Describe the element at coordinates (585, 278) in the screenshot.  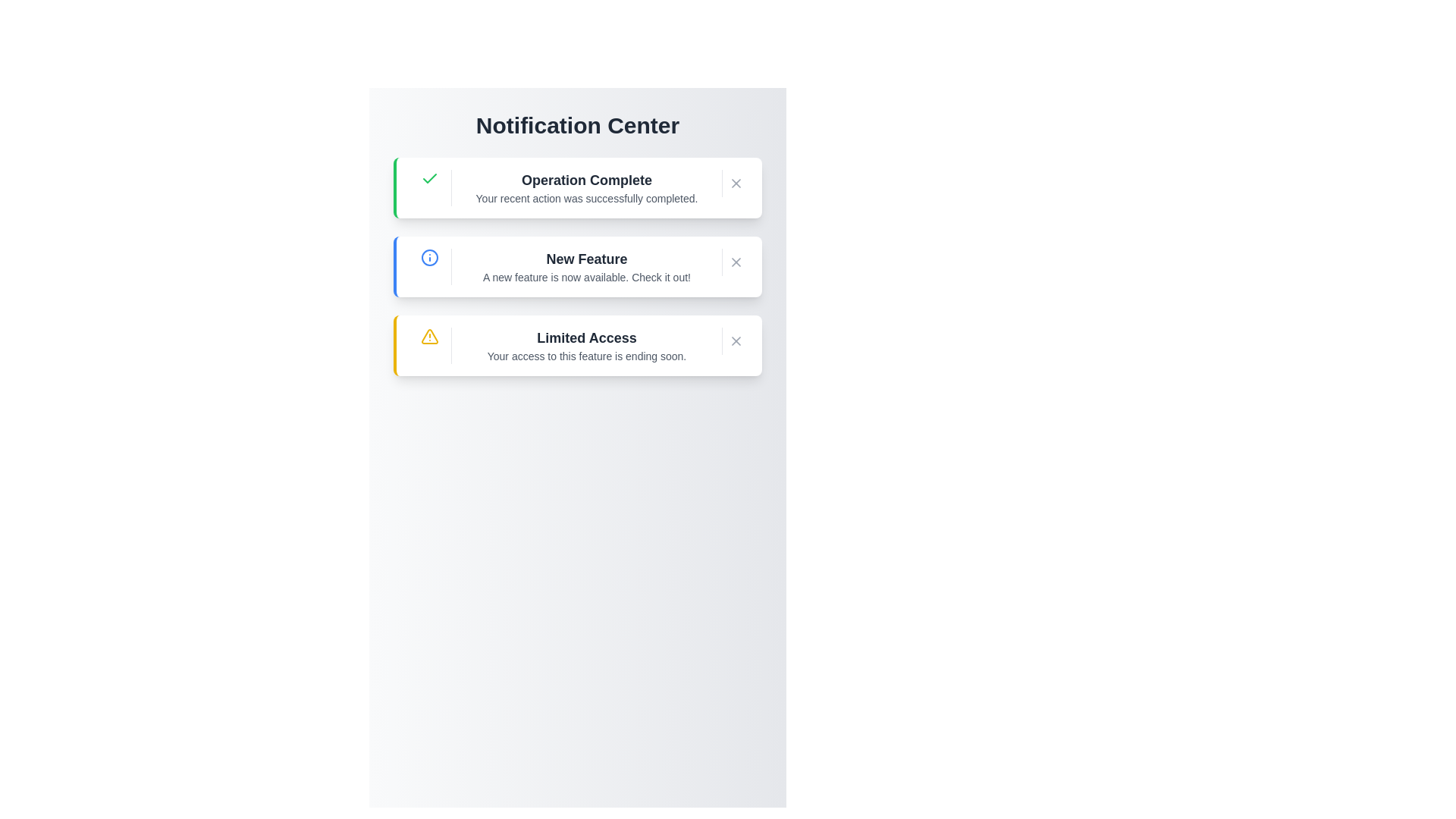
I see `the informational text located within the notification block, which is styled in a smaller font size and light gray color, situated directly below the bolded title 'New Feature'` at that location.